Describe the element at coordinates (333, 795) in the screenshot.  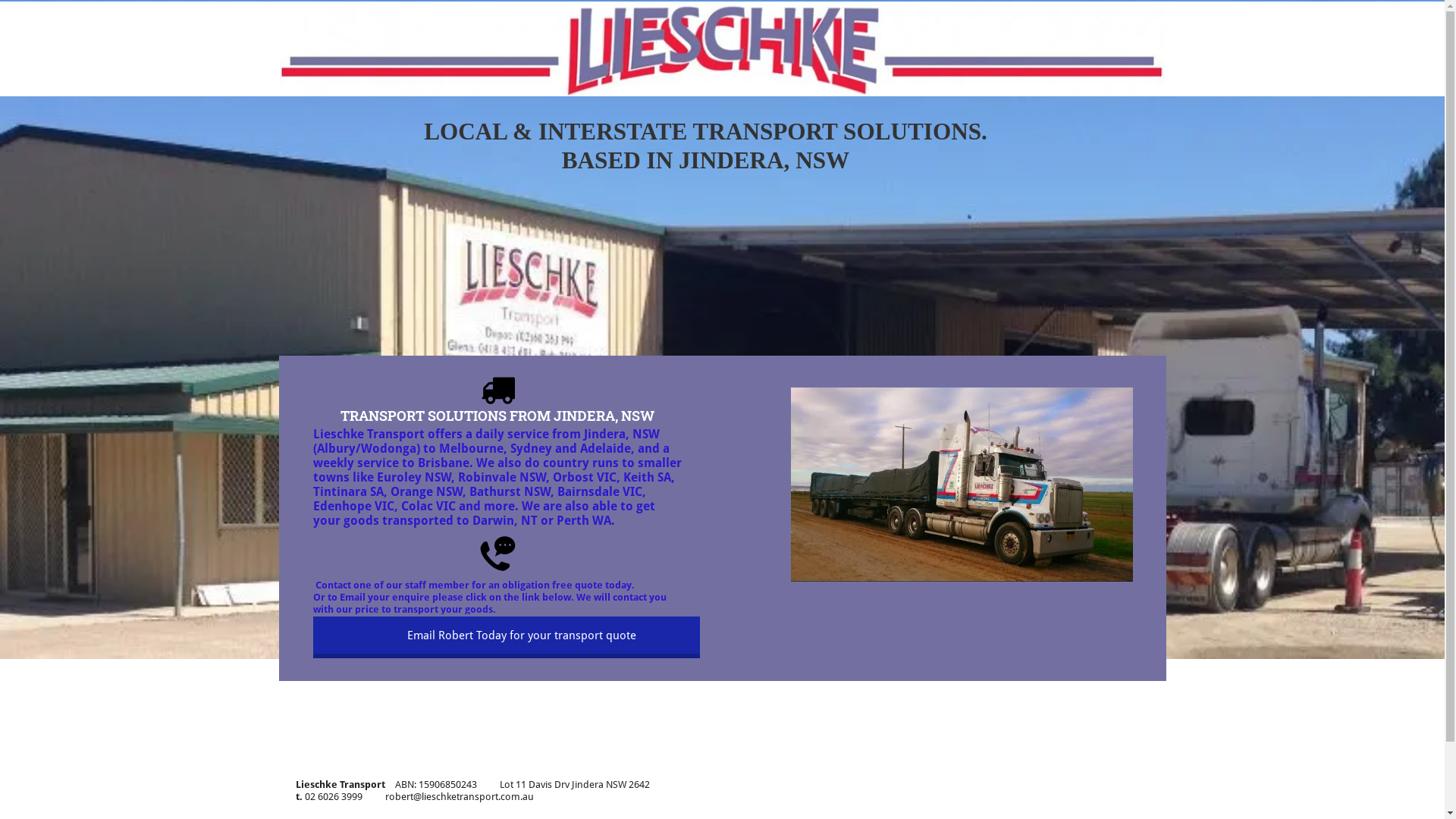
I see `'02 6026 3999'` at that location.